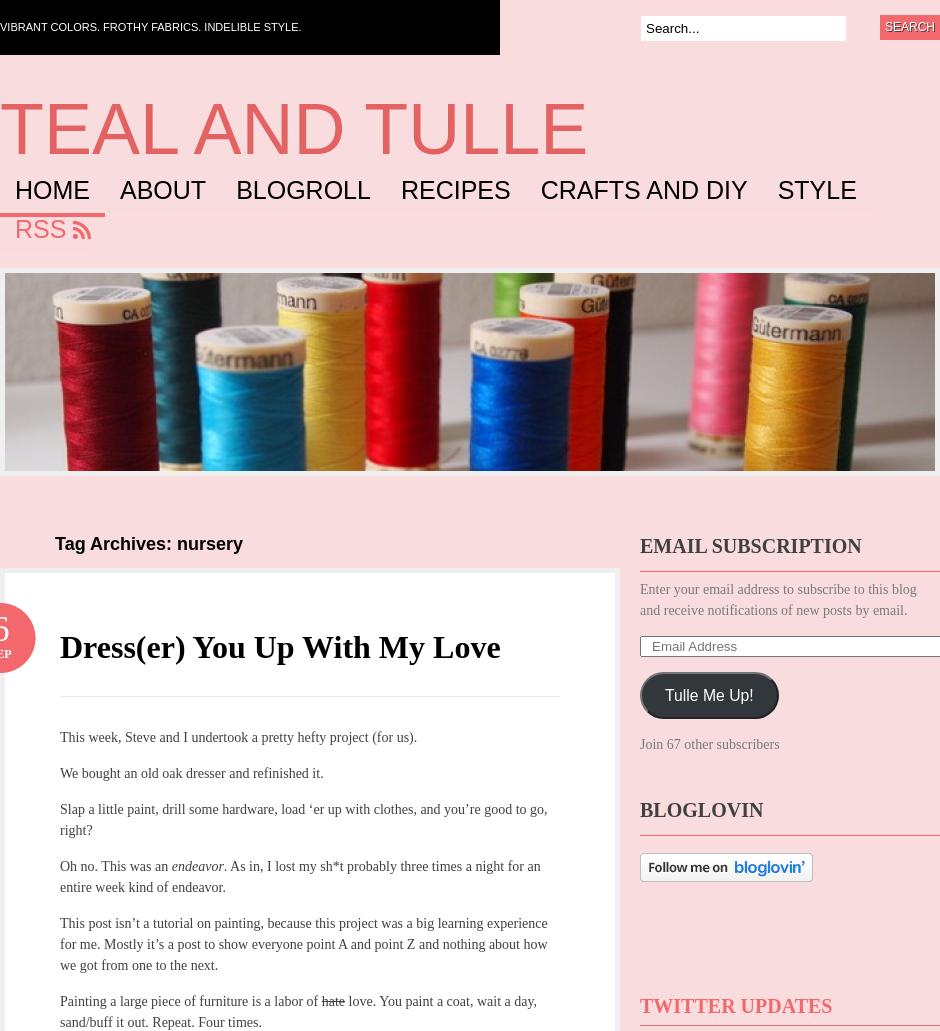 The height and width of the screenshot is (1031, 940). What do you see at coordinates (302, 818) in the screenshot?
I see `'Slap a little paint, drill some hardware, load ‘er up with clothes, and you’re good to go, right?'` at bounding box center [302, 818].